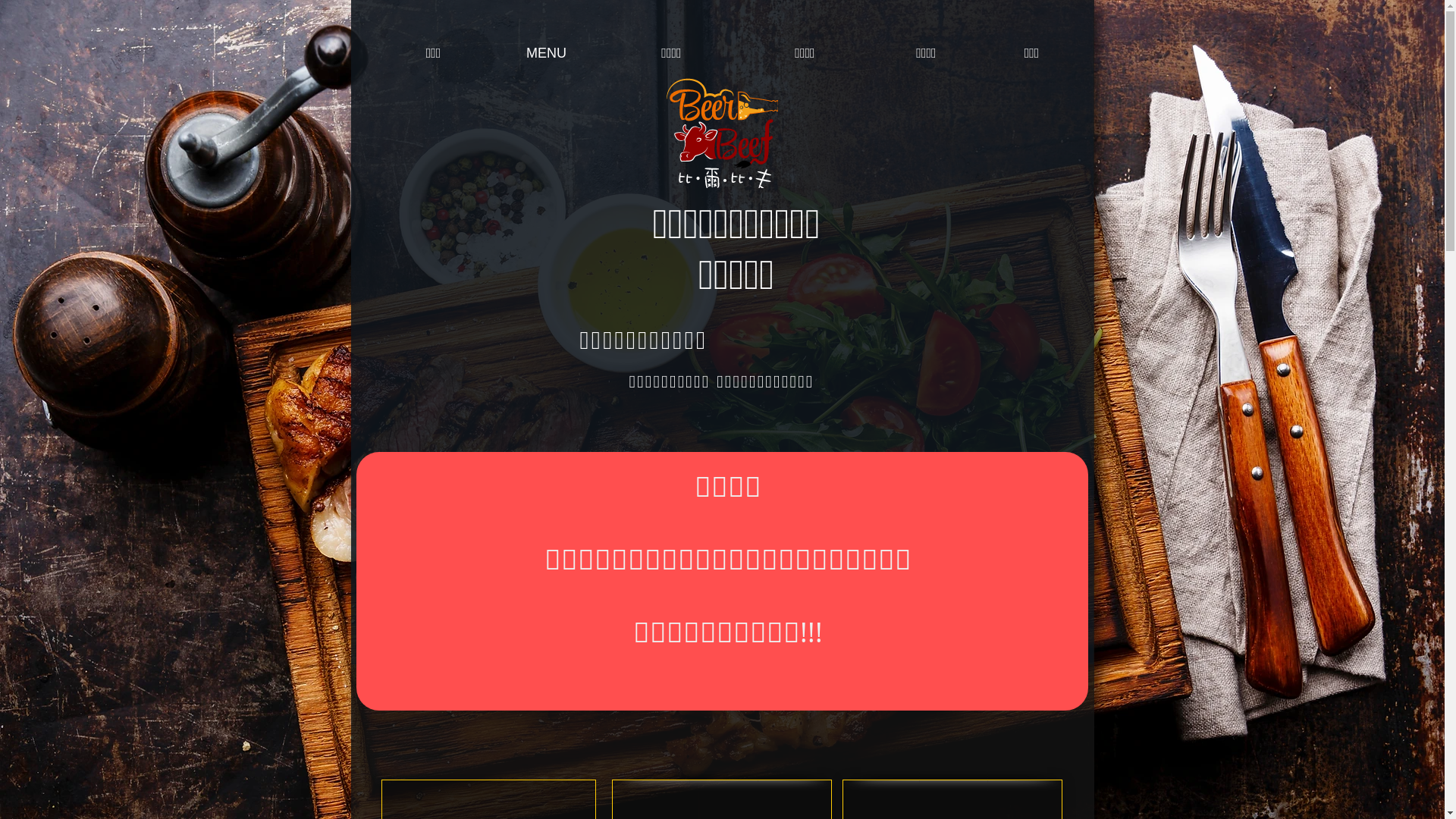 This screenshot has height=819, width=1456. I want to click on 'MENU', so click(546, 52).